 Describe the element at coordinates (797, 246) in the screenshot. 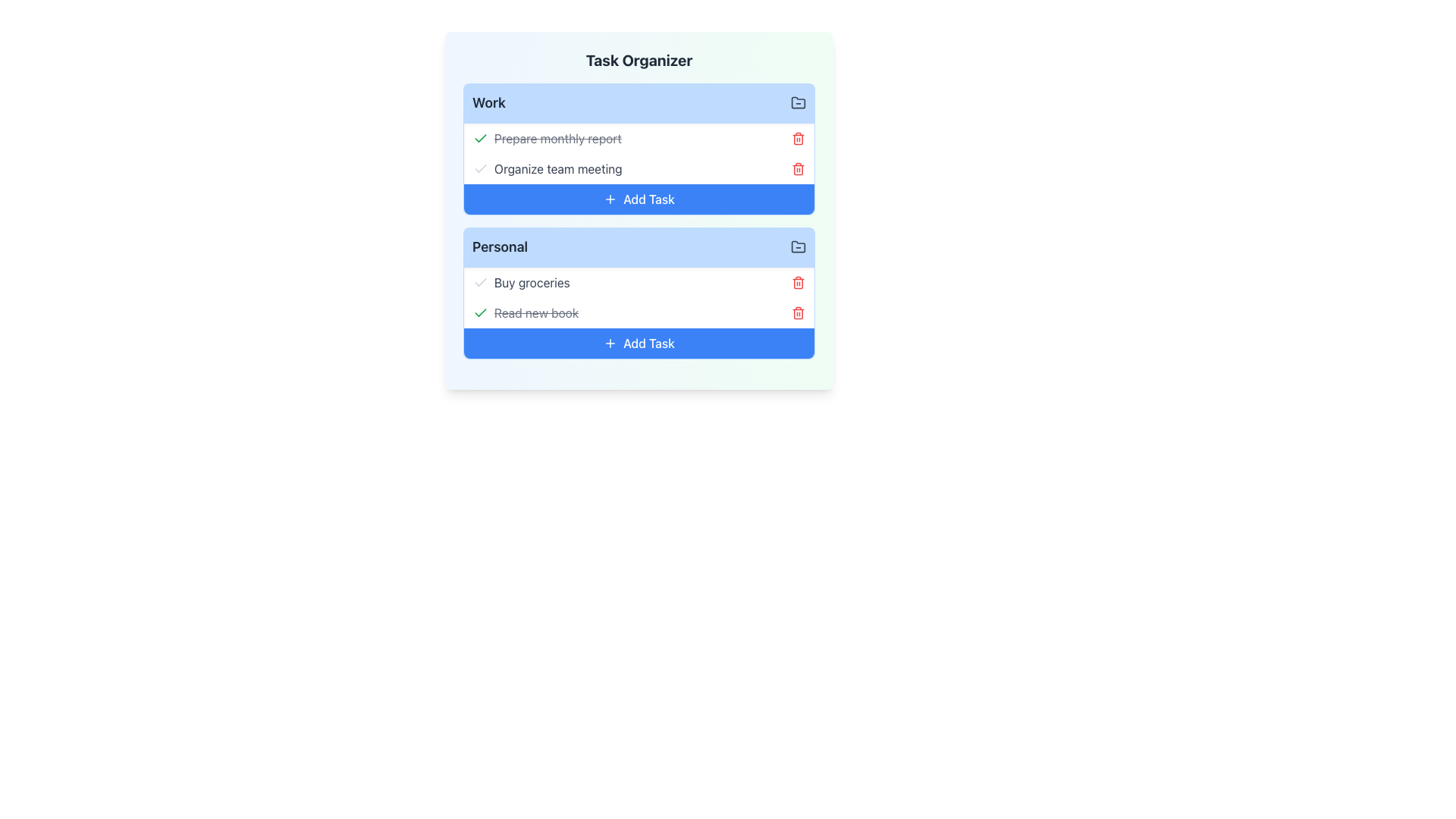

I see `the small gray folder icon with a minus symbol inside it located at the upper-right corner of the 'Personal' section's header` at that location.